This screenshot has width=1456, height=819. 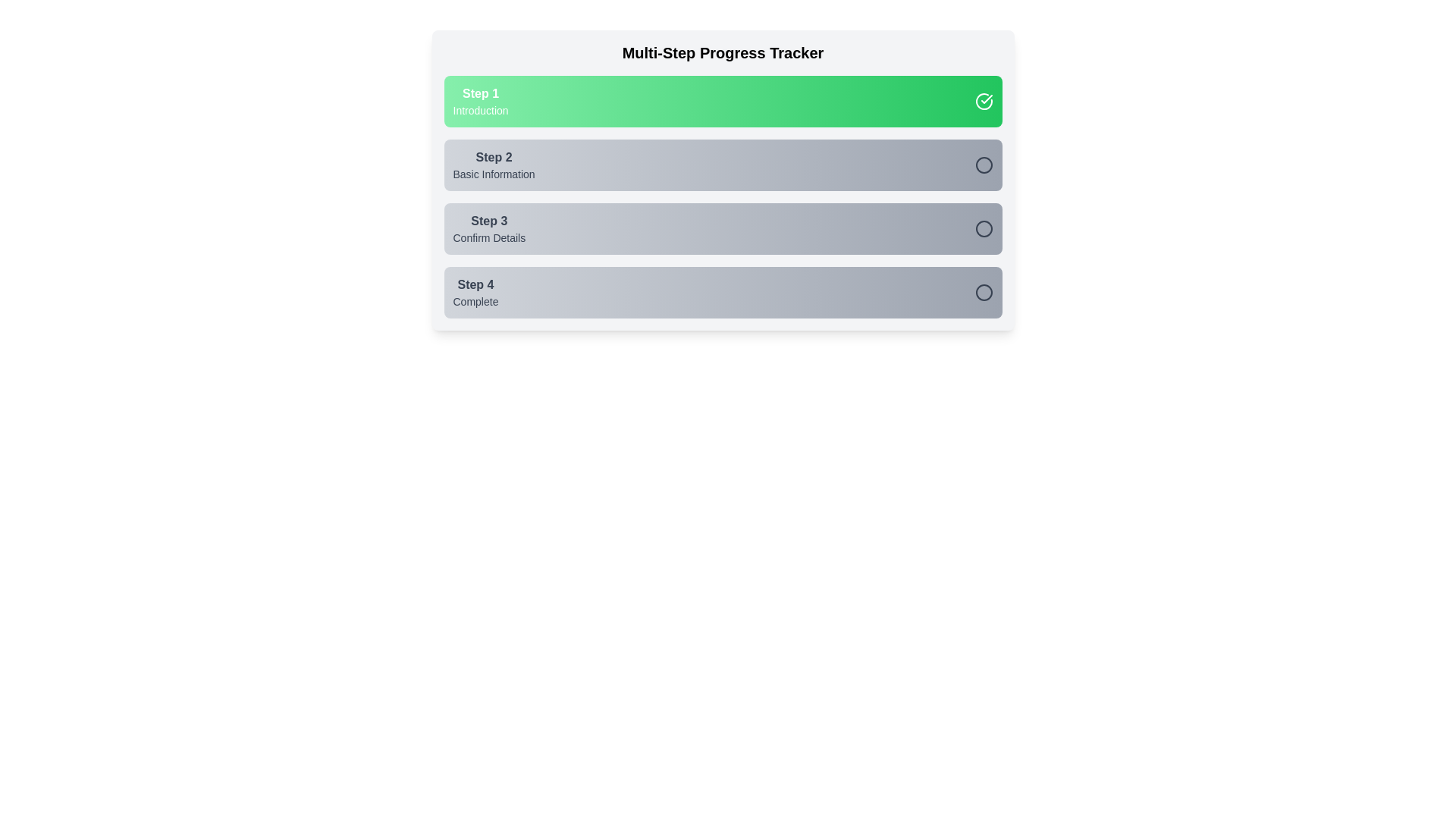 What do you see at coordinates (494, 165) in the screenshot?
I see `the Text-based informational indicator for the second step titled 'Basic Information', which is located below 'Step 1 Introduction' and above 'Step 3 Confirm Details' in the multi-step progress tracker` at bounding box center [494, 165].